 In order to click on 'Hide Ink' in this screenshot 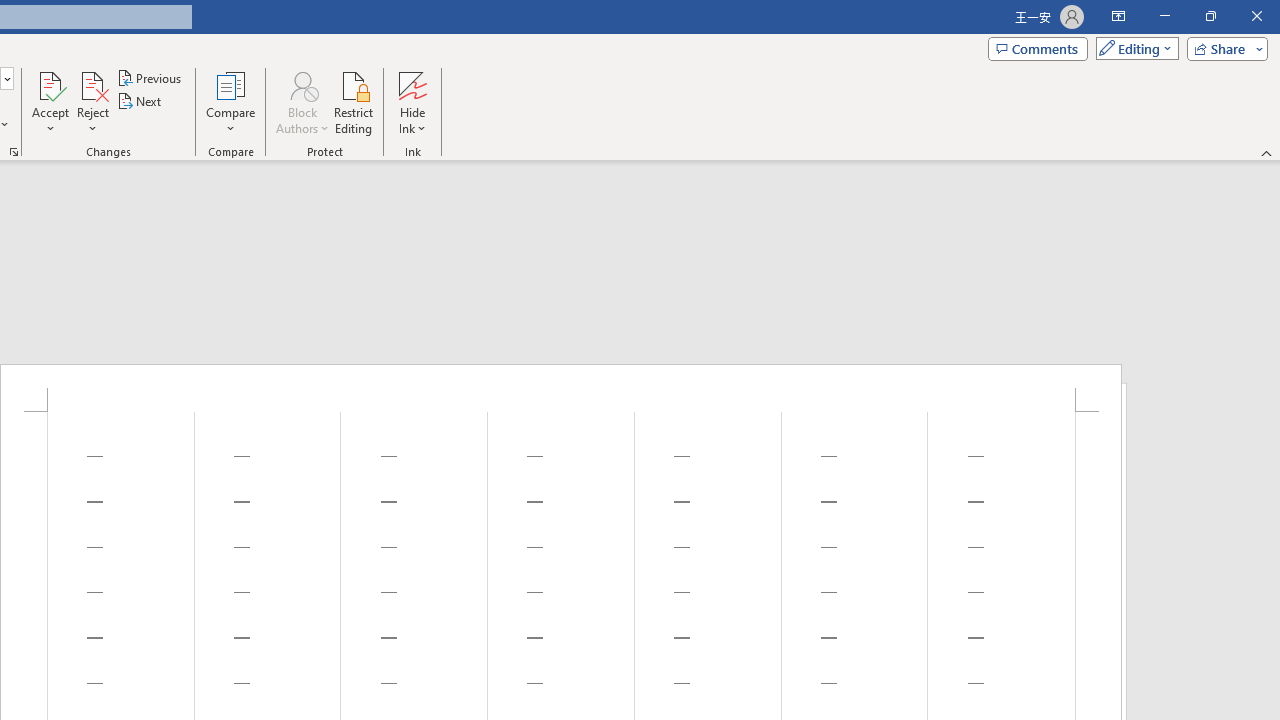, I will do `click(411, 84)`.